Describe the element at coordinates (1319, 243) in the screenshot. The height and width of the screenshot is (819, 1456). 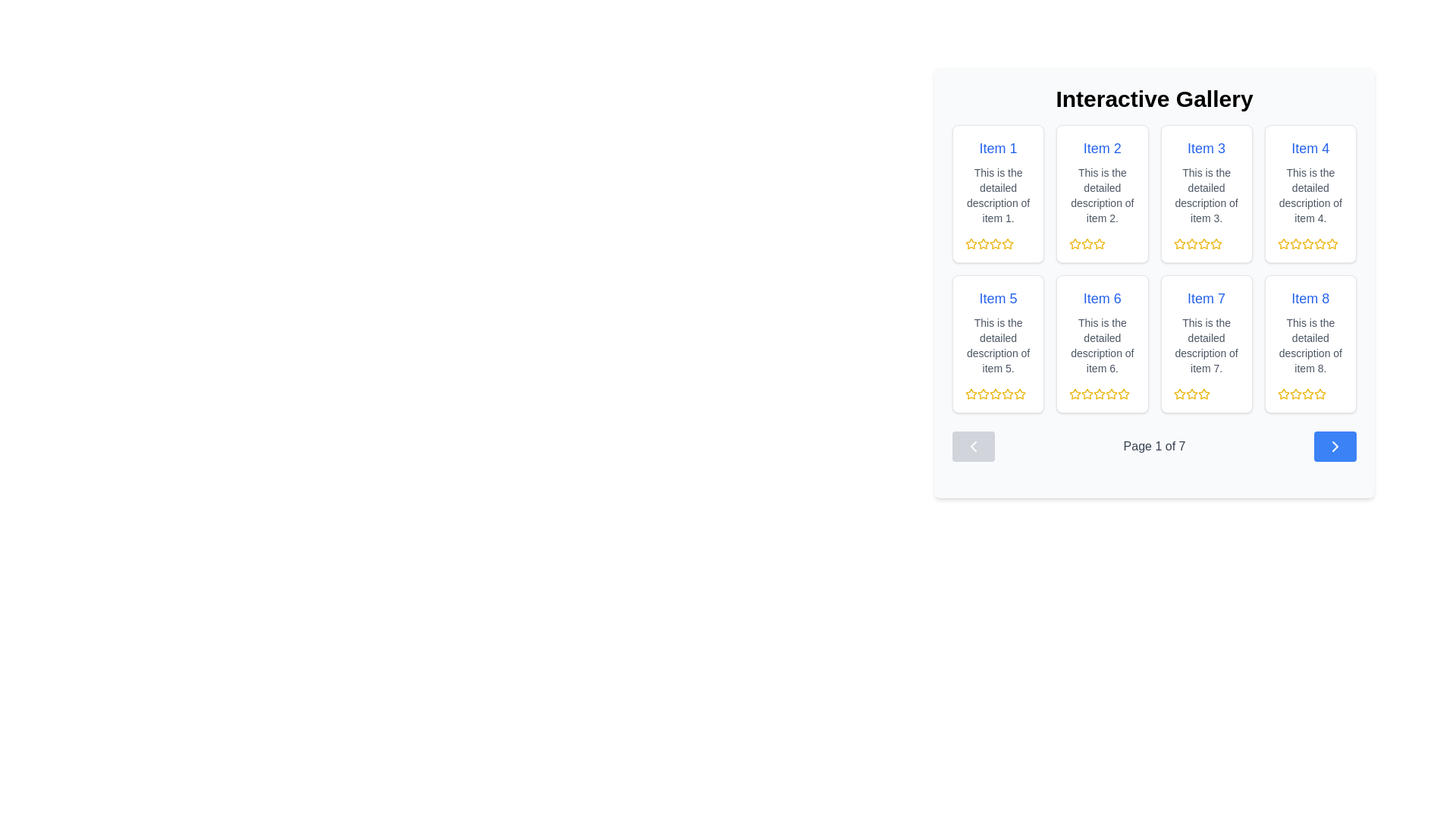
I see `the sixth star-shaped icon, which is yellow and part of the rating system for 'Item 4'` at that location.